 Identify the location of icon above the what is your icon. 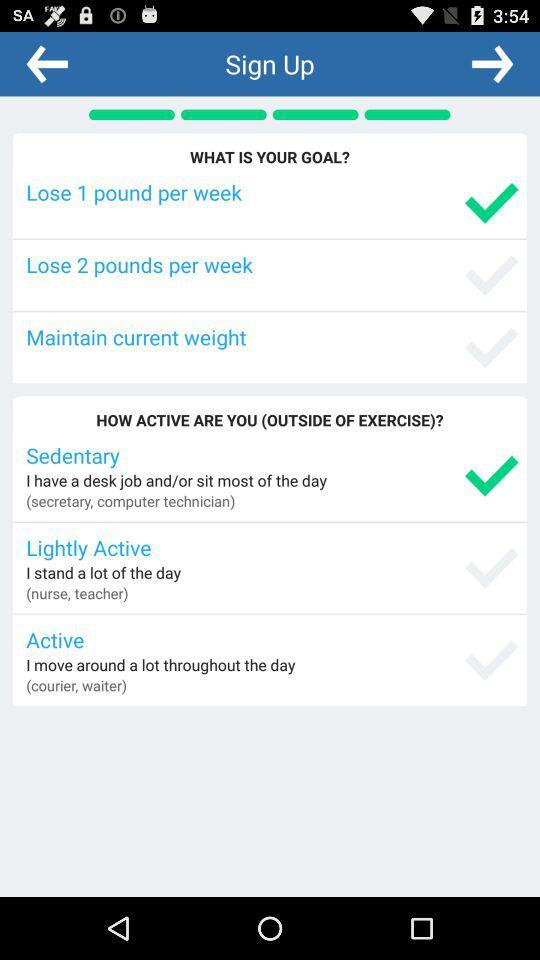
(491, 63).